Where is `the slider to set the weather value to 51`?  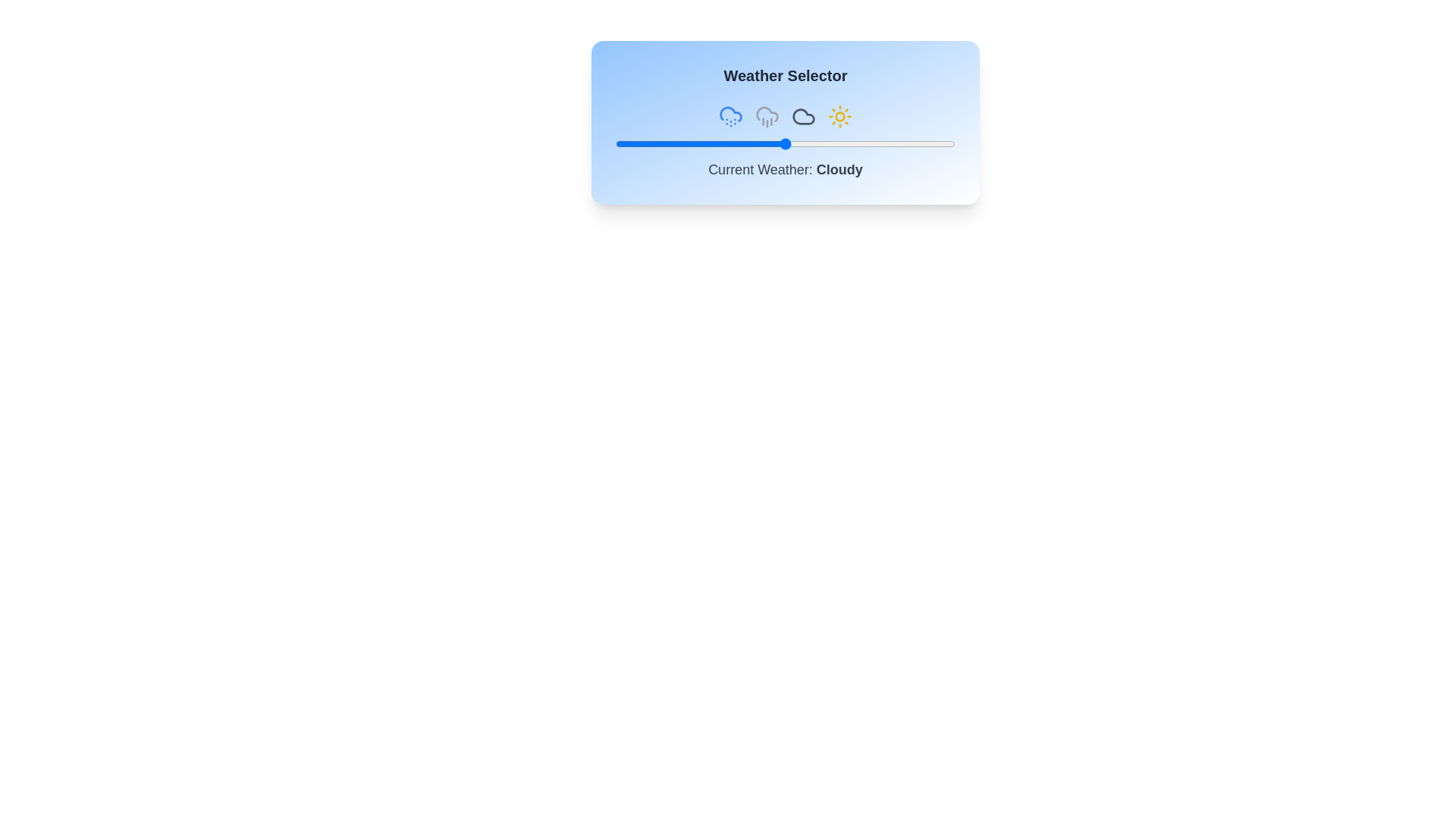 the slider to set the weather value to 51 is located at coordinates (789, 143).